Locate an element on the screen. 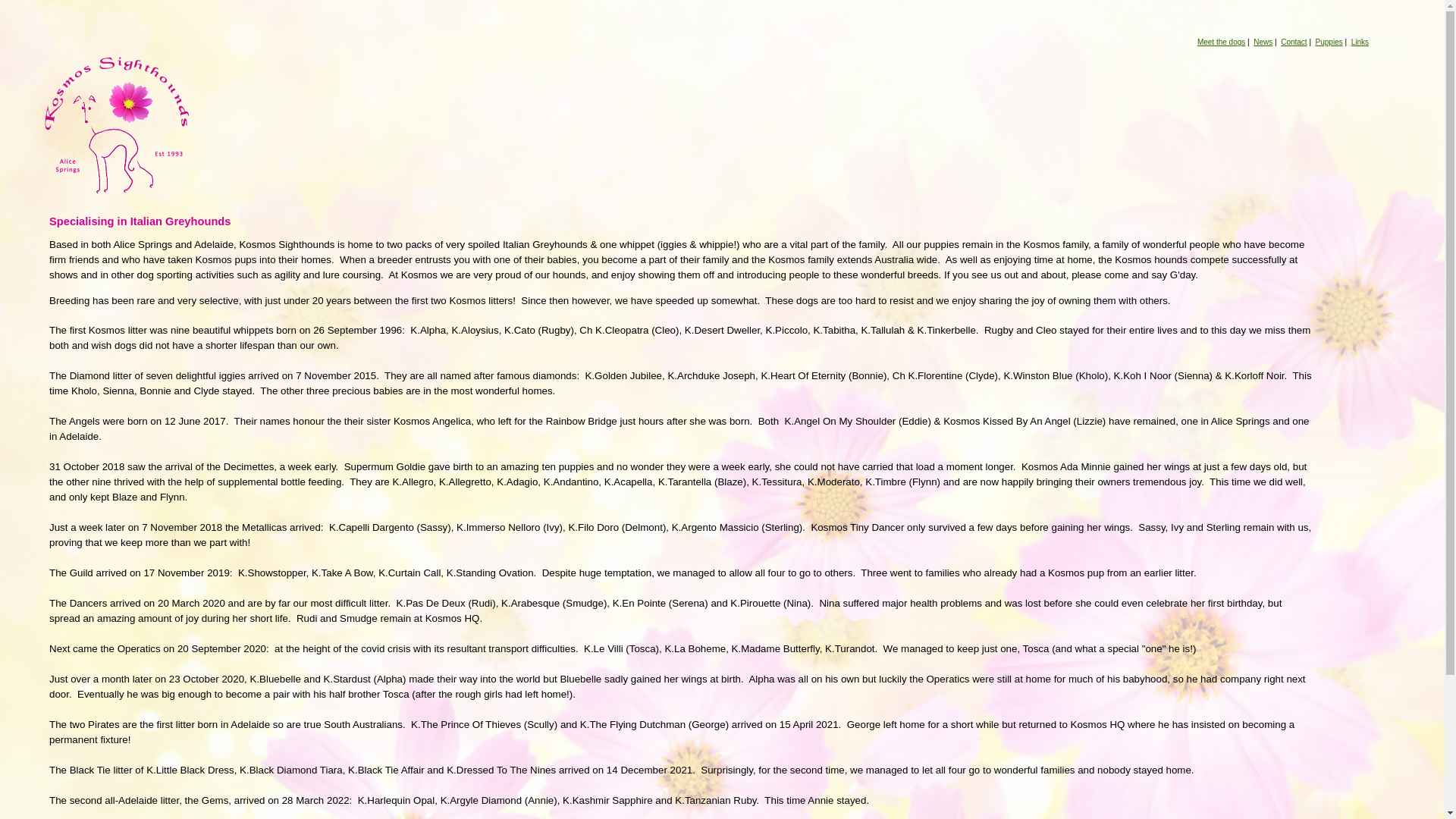  'Contact' is located at coordinates (1280, 41).